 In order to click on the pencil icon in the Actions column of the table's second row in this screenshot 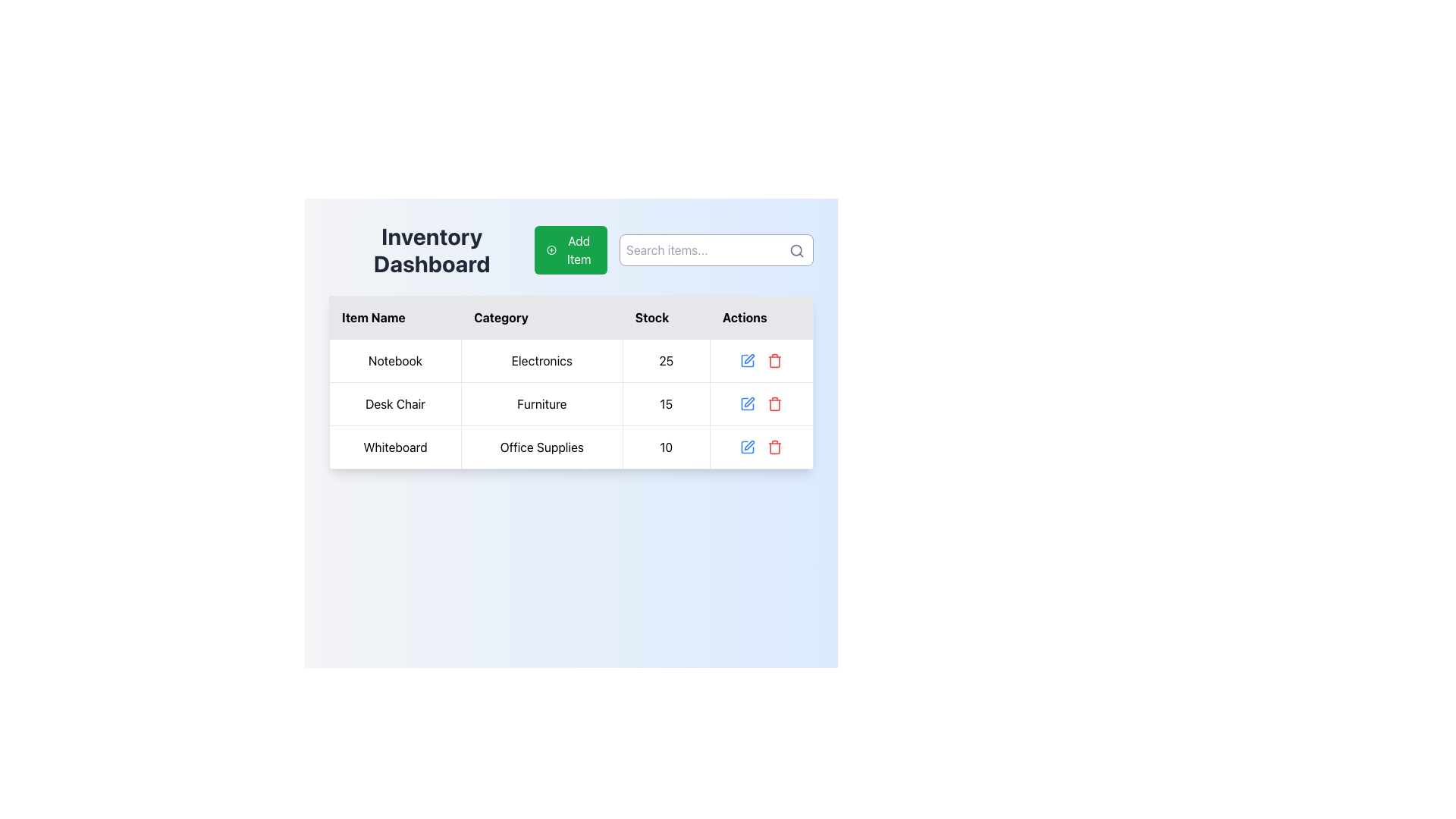, I will do `click(749, 401)`.